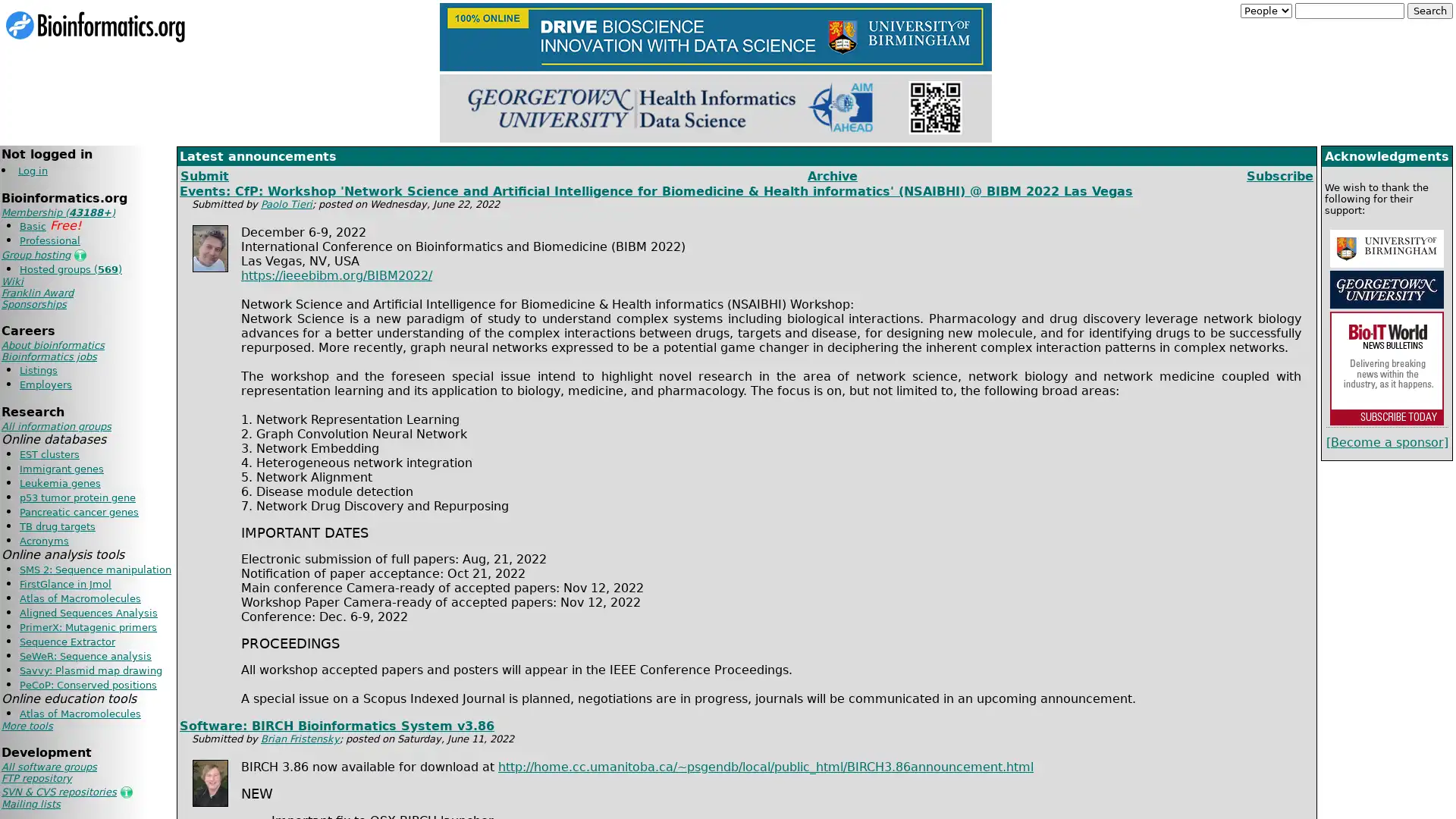 This screenshot has width=1456, height=819. Describe the element at coordinates (1429, 11) in the screenshot. I see `Search` at that location.